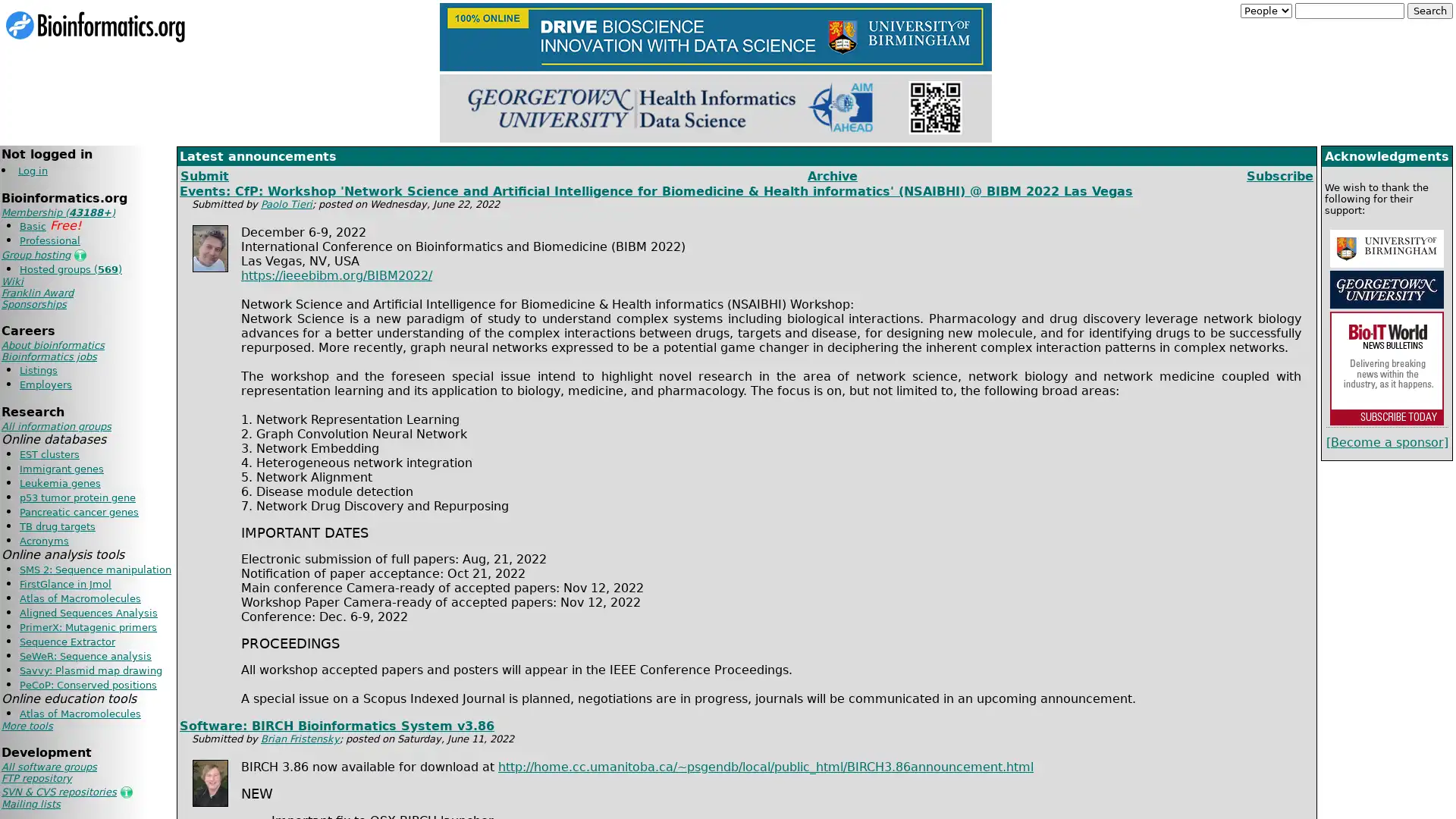 This screenshot has width=1456, height=819. Describe the element at coordinates (1429, 11) in the screenshot. I see `Search` at that location.